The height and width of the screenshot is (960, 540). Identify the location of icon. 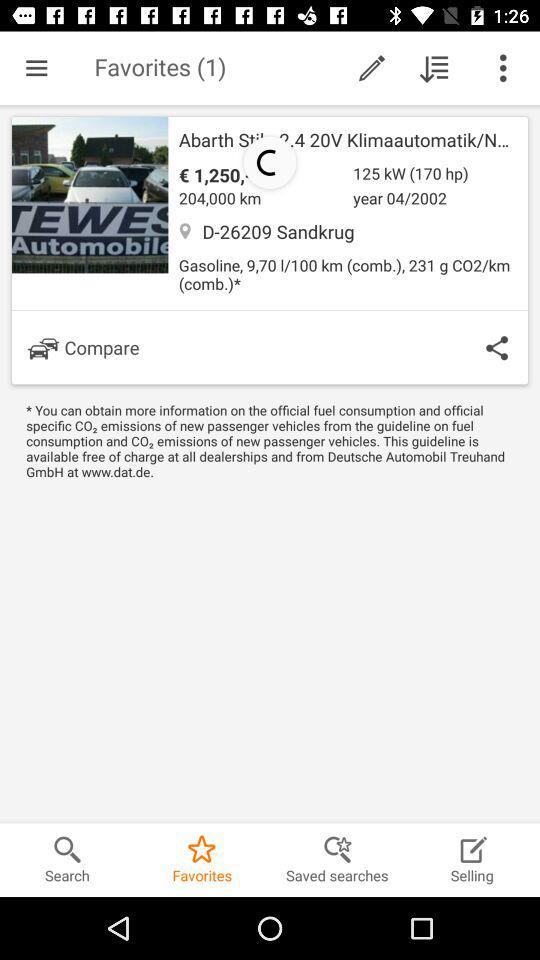
(434, 68).